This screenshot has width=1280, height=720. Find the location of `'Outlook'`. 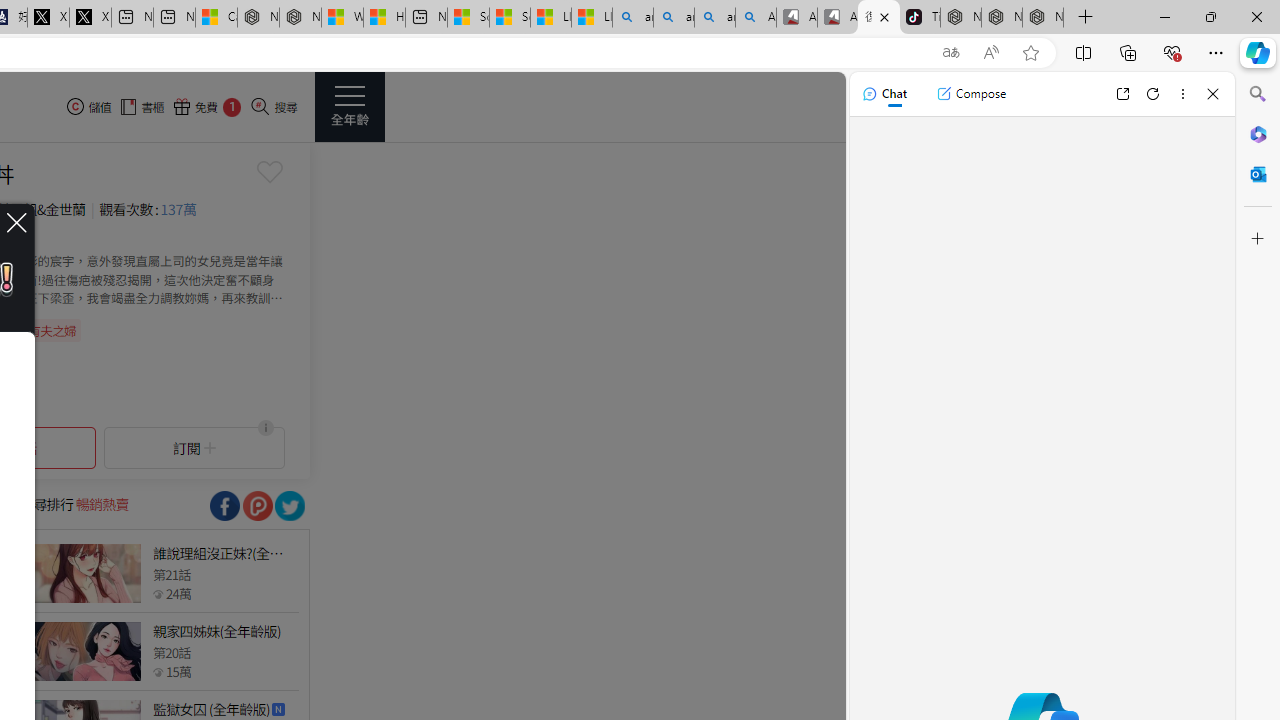

'Outlook' is located at coordinates (1257, 173).